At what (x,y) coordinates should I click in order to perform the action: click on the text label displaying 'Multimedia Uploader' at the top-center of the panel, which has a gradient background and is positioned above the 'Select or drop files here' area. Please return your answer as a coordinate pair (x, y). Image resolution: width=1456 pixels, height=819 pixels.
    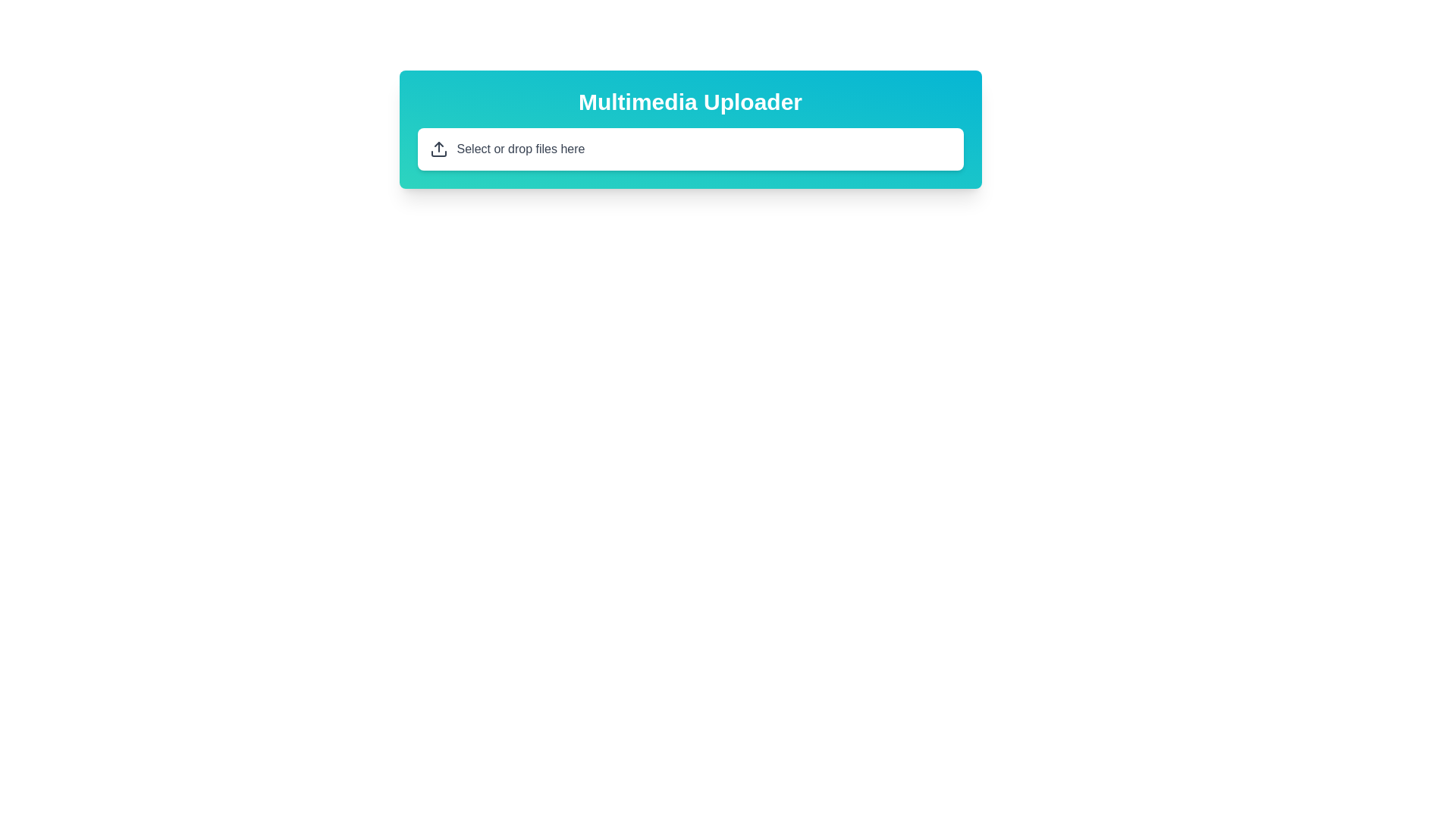
    Looking at the image, I should click on (689, 102).